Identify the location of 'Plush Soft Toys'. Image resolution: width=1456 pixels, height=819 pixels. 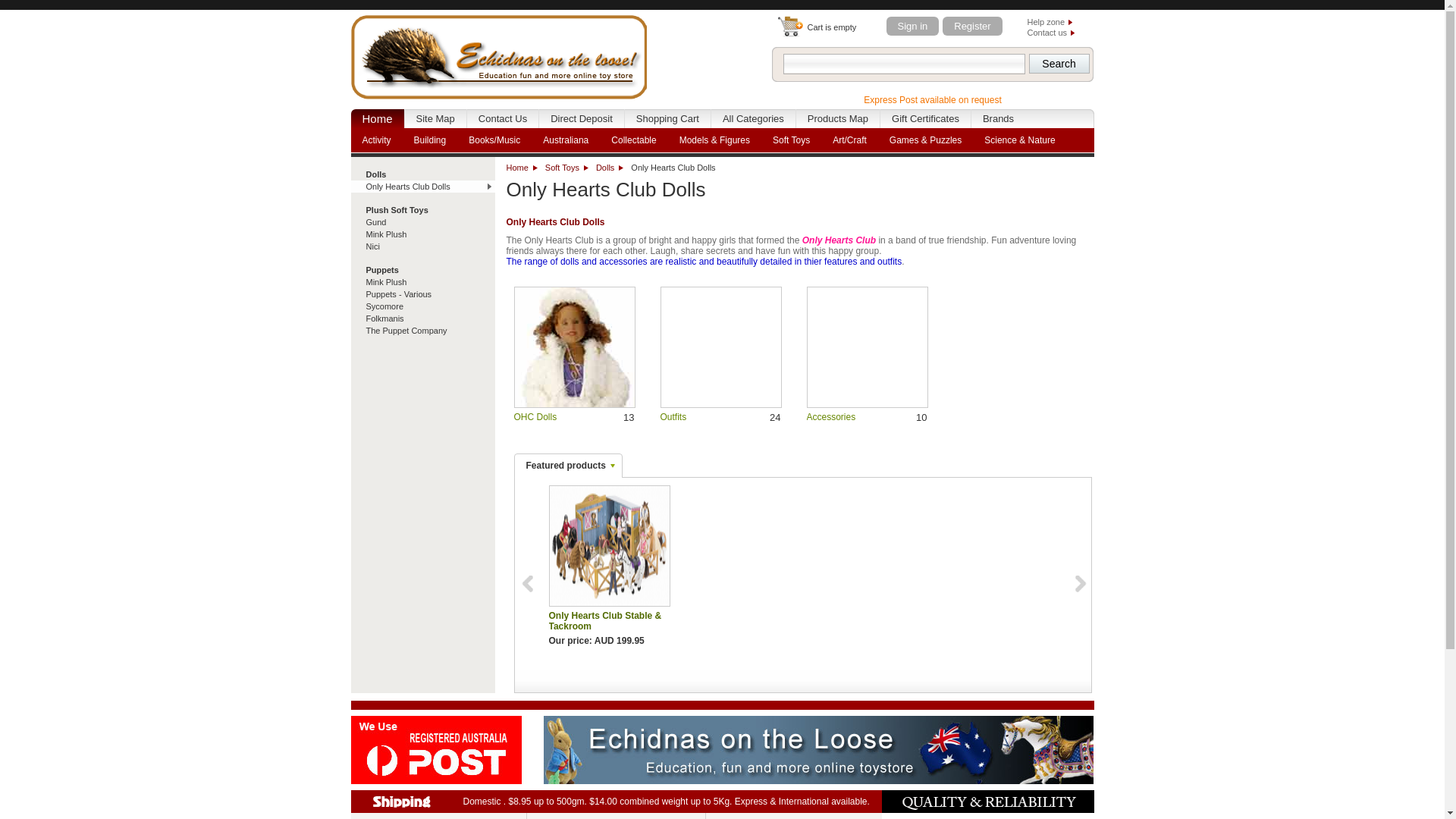
(422, 210).